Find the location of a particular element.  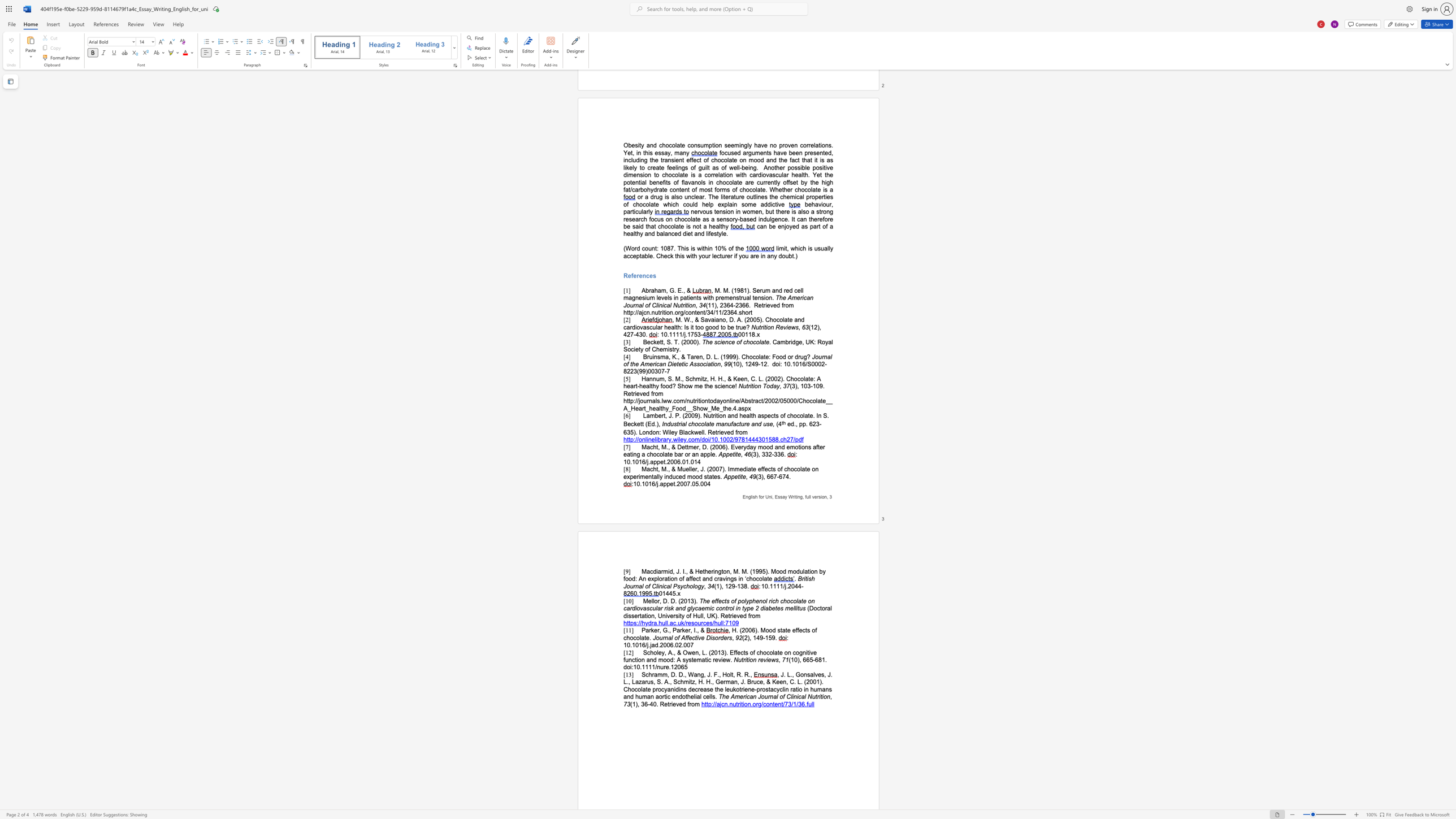

the subset text "ppet.2007.05." within the text "10.1016/j.appet.2007.05.004" is located at coordinates (662, 483).